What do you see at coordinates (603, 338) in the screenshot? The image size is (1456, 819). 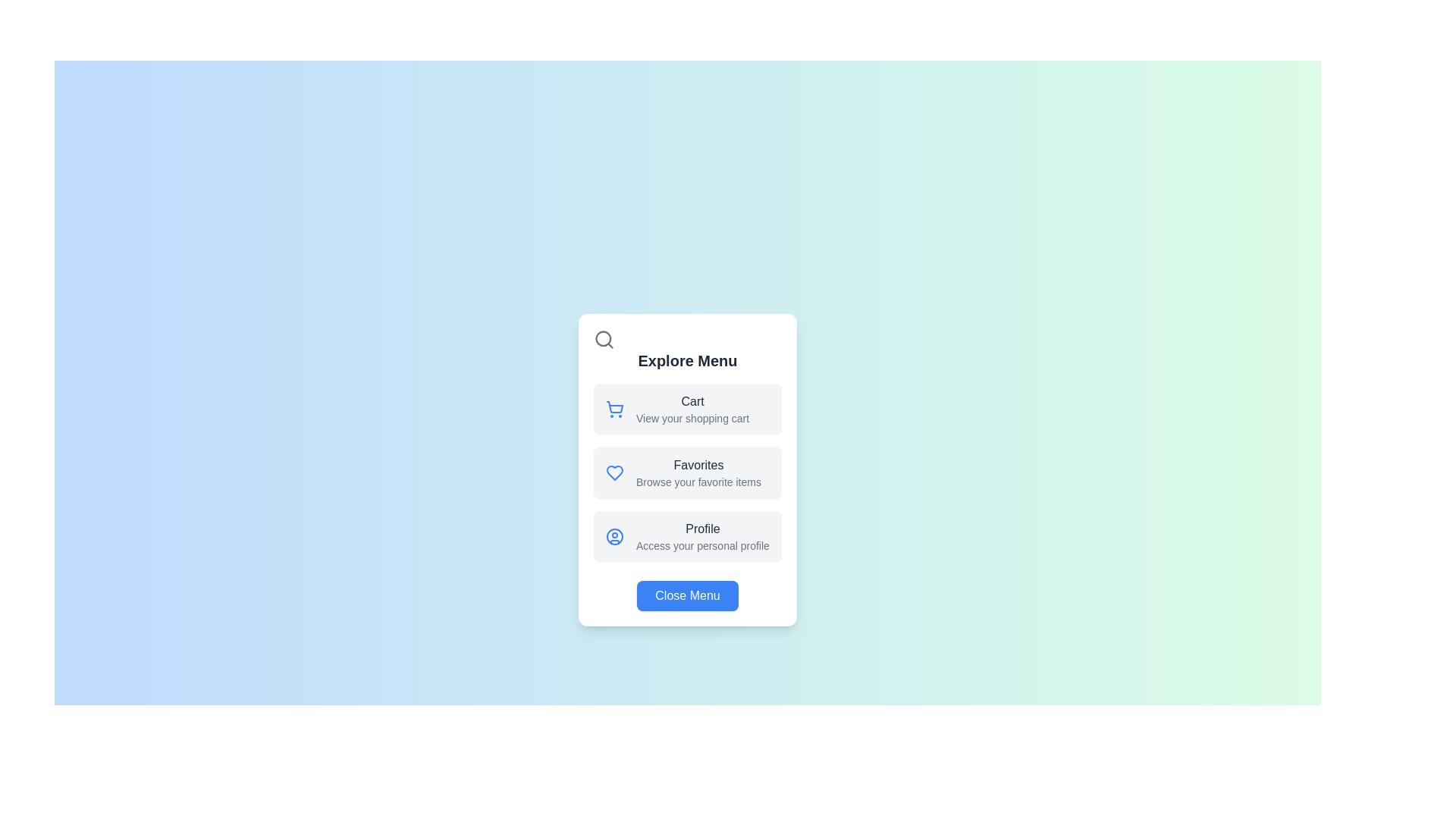 I see `the search icon in the header` at bounding box center [603, 338].